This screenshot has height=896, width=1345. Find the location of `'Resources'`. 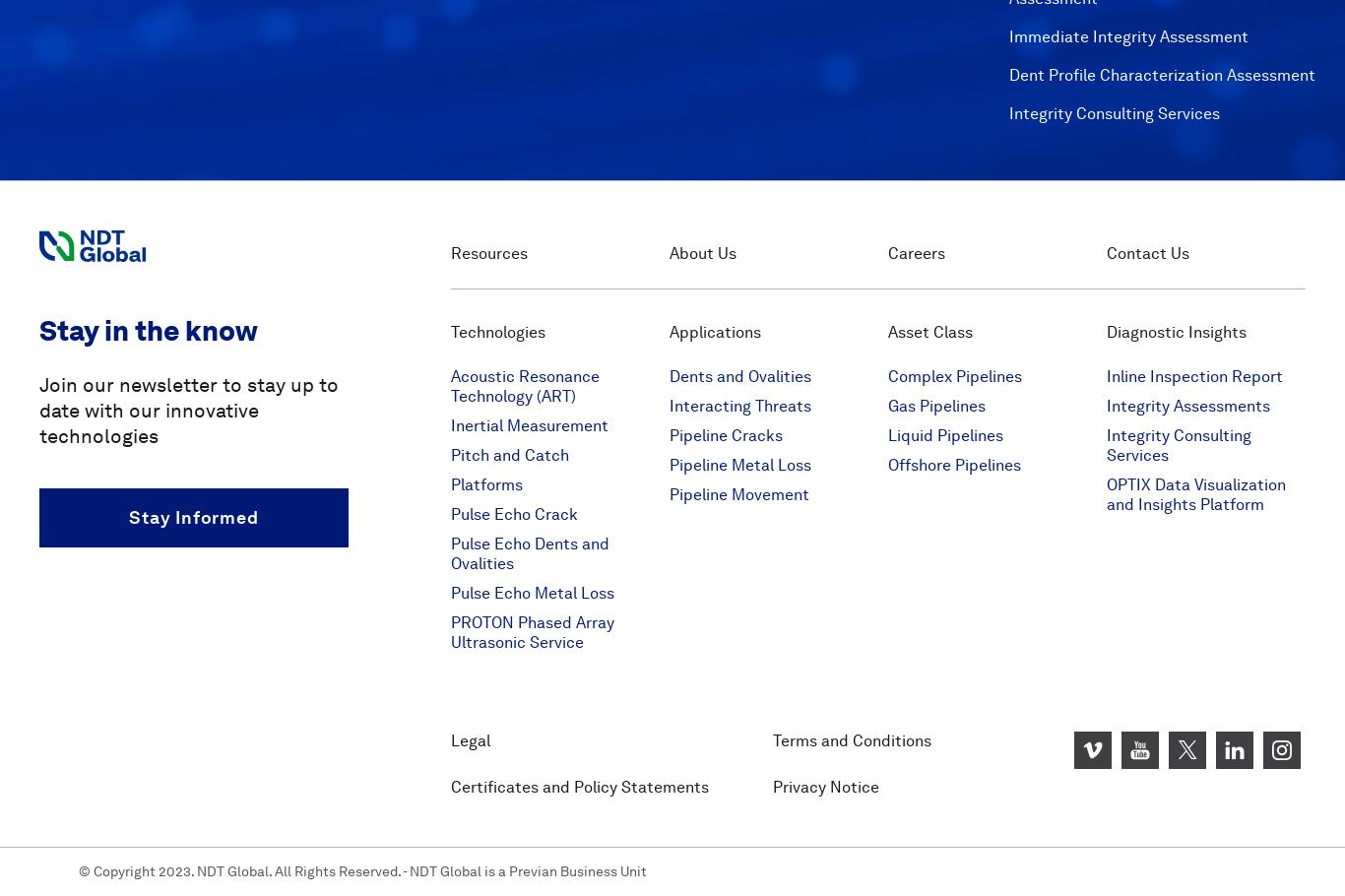

'Resources' is located at coordinates (488, 252).